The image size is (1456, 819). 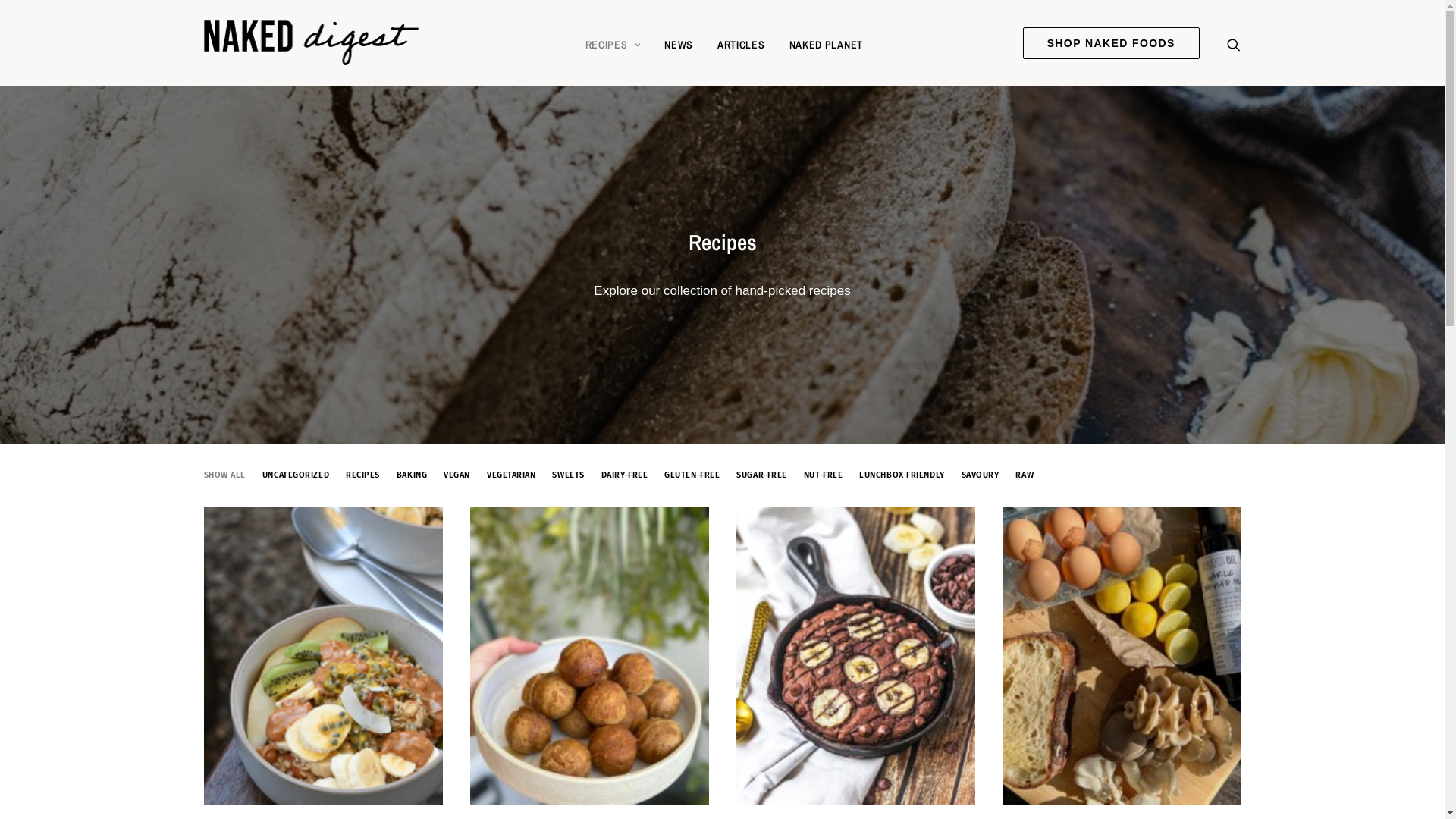 I want to click on 'UNCATEGORIZED', so click(x=295, y=474).